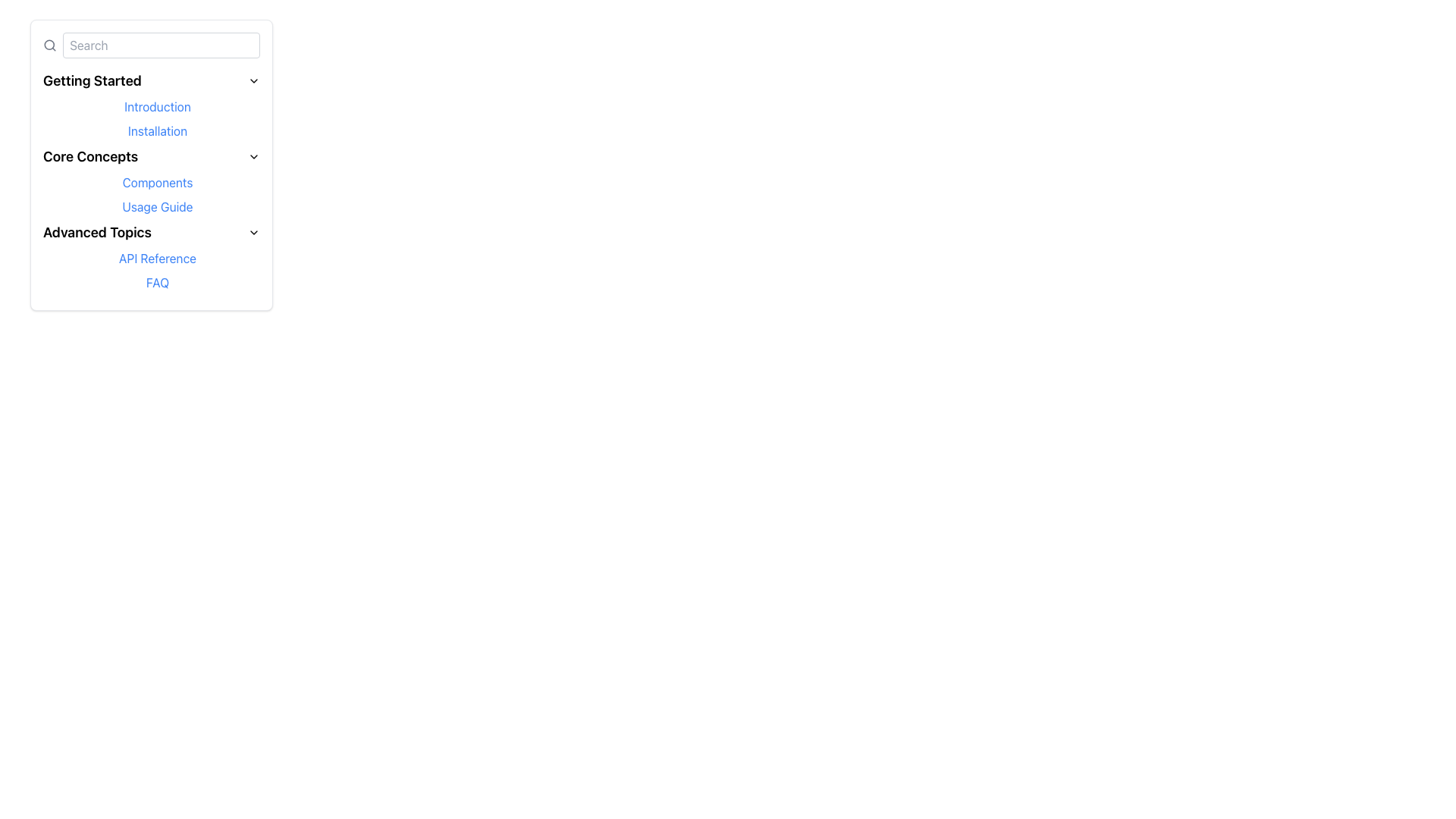  I want to click on the navigational links 'Introduction' and 'Installation' in the 'Getting Started' section of the side navigation menu to observe the hover effects, so click(152, 118).